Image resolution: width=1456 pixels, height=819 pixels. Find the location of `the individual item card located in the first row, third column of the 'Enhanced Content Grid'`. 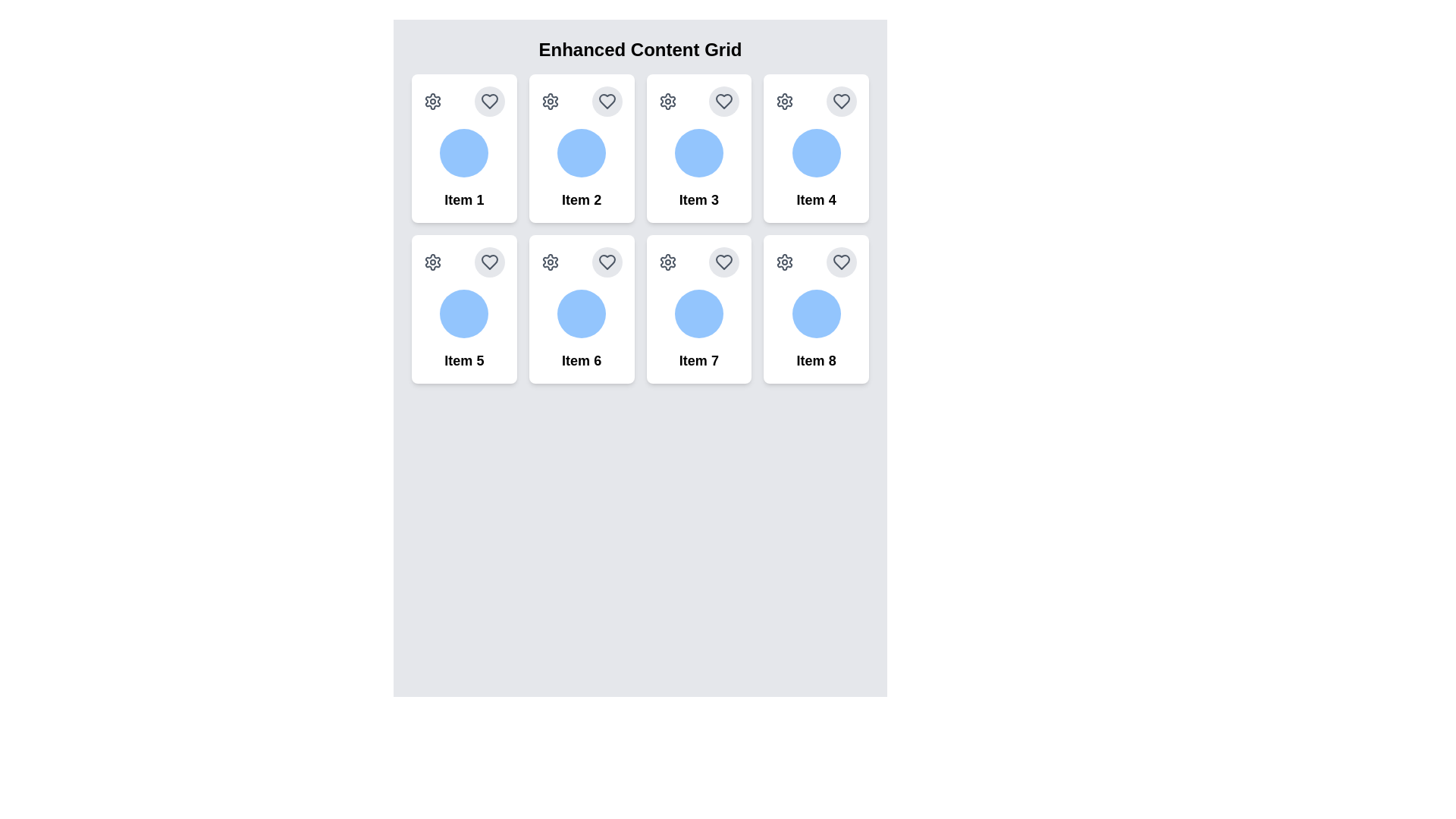

the individual item card located in the first row, third column of the 'Enhanced Content Grid' is located at coordinates (698, 149).